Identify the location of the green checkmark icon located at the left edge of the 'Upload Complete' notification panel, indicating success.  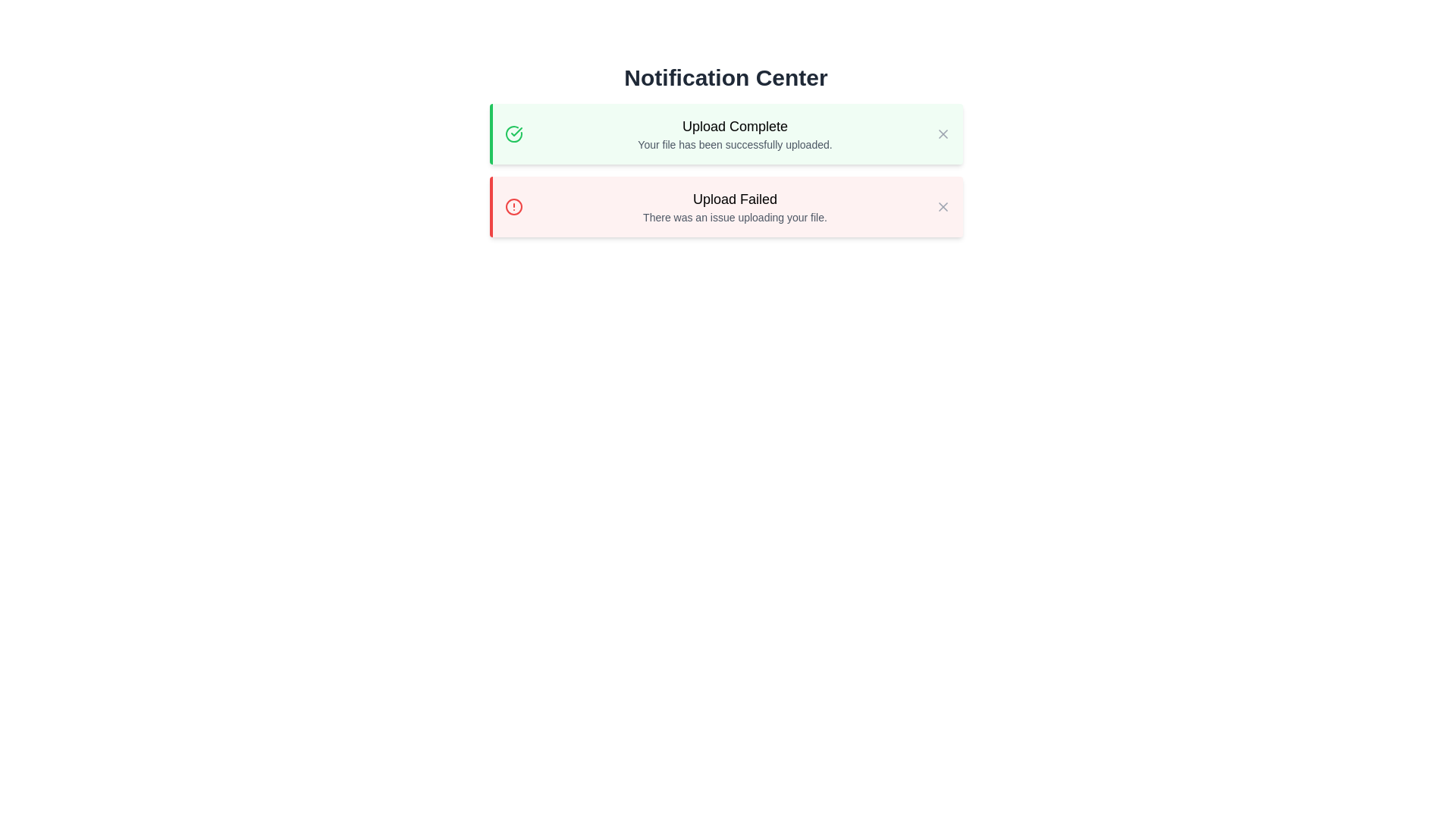
(516, 130).